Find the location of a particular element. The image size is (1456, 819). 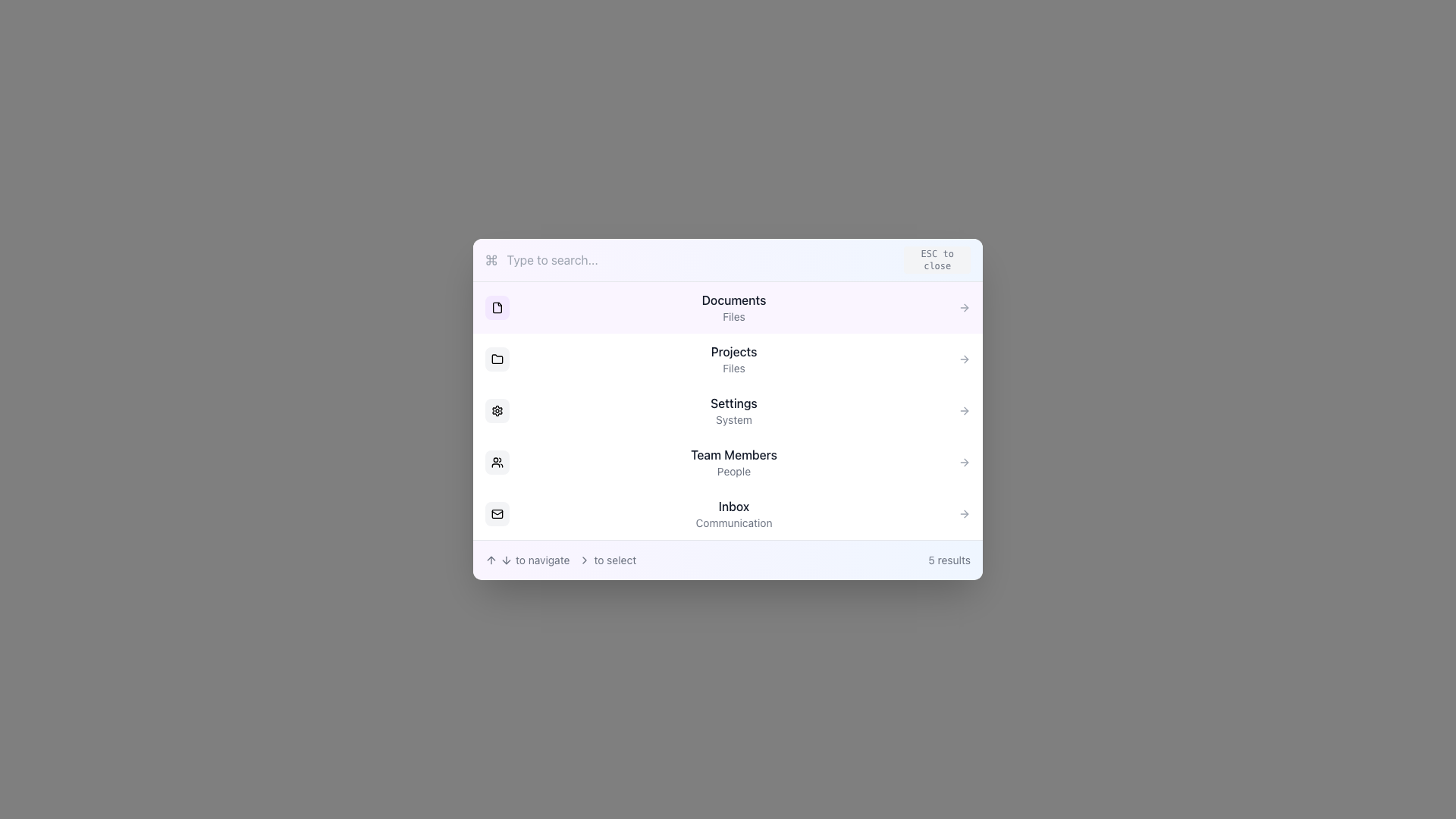

the first navigational item with a purple background that contains a document icon, 'Documents' and 'Files' labels, and a right-pointing arrow is located at coordinates (728, 307).